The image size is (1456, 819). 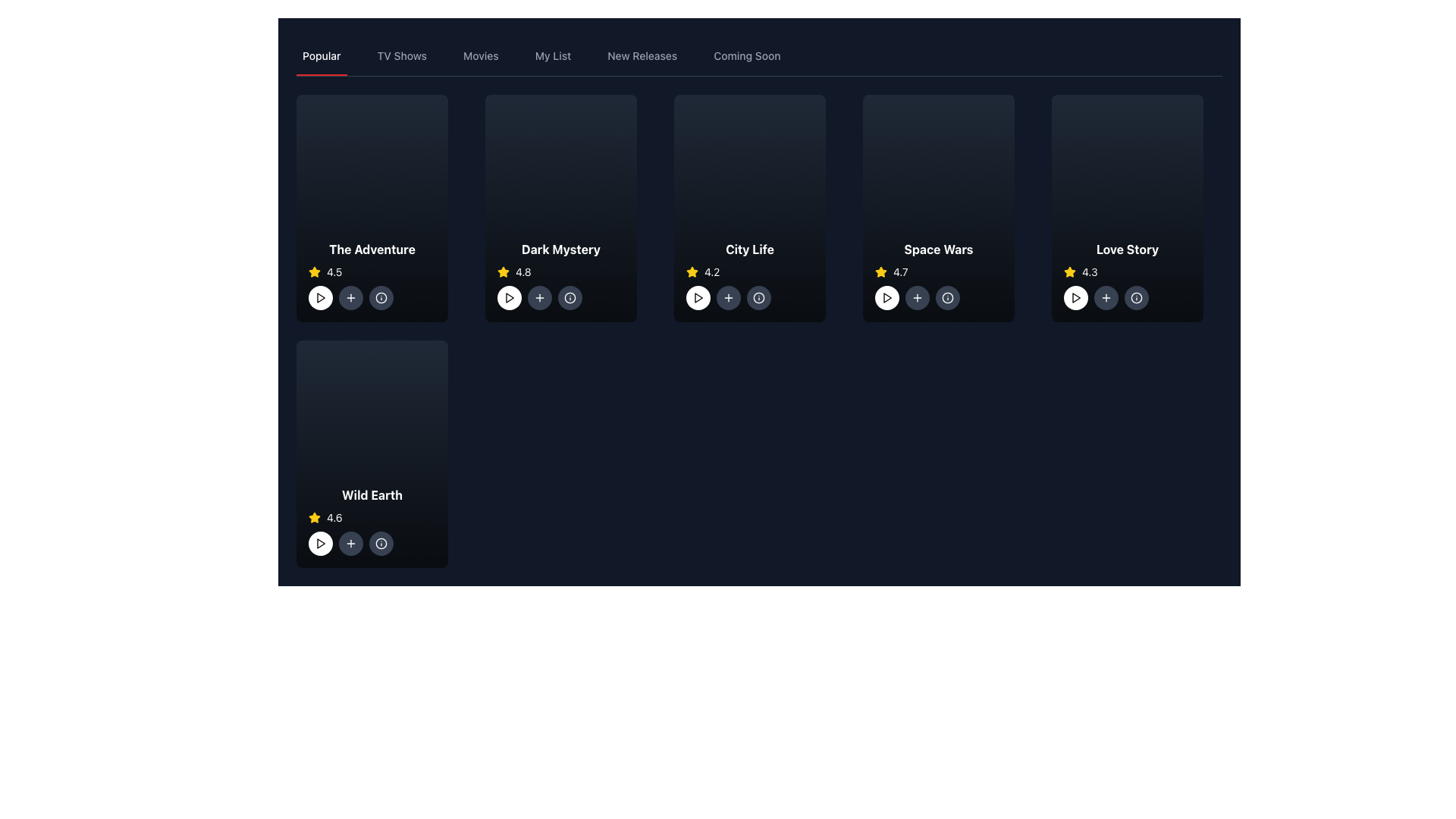 I want to click on around the circular outline of the icon located at the bottom right of the 'Love Story' card, so click(x=1136, y=298).